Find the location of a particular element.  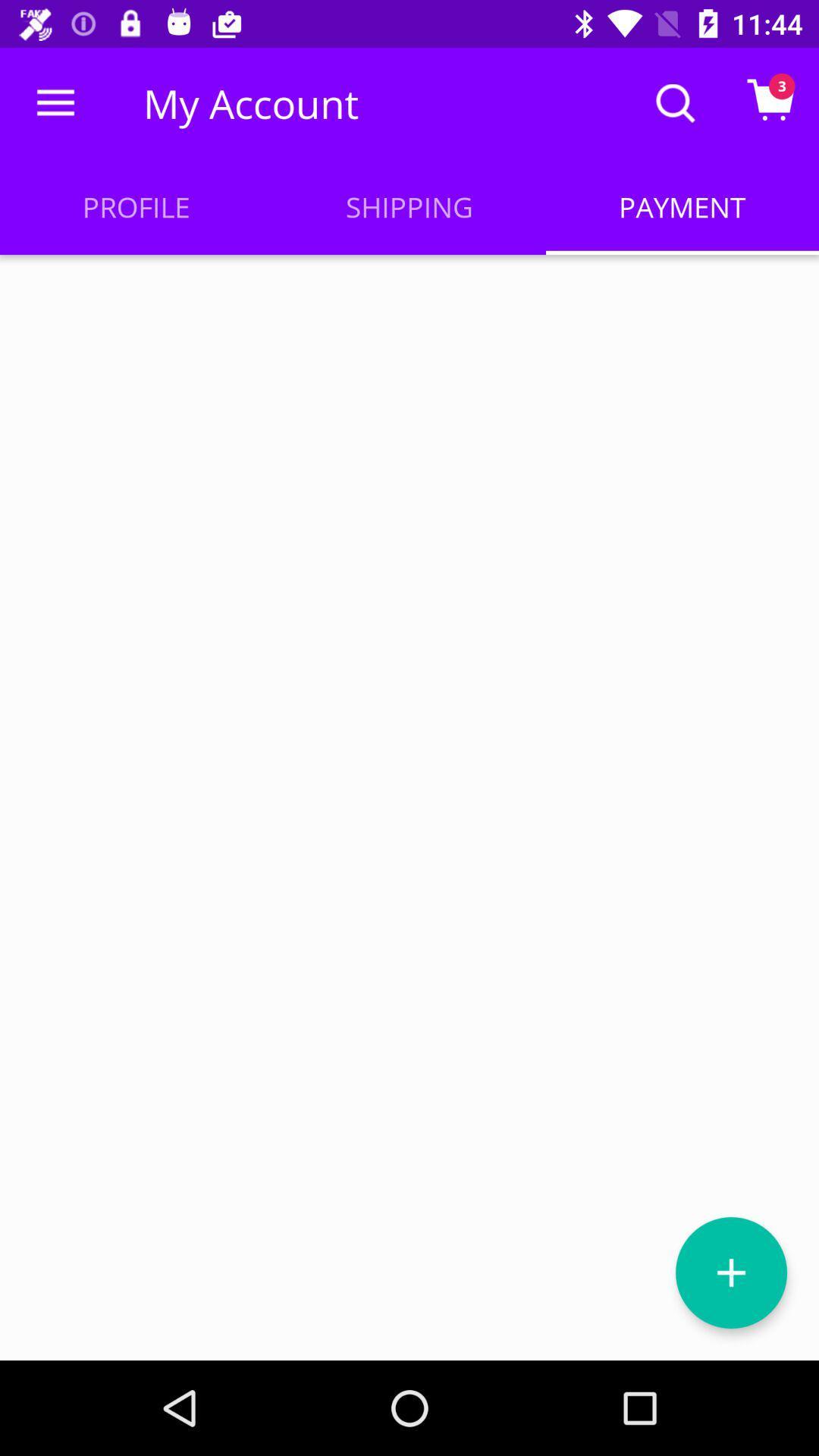

item above profile is located at coordinates (55, 102).